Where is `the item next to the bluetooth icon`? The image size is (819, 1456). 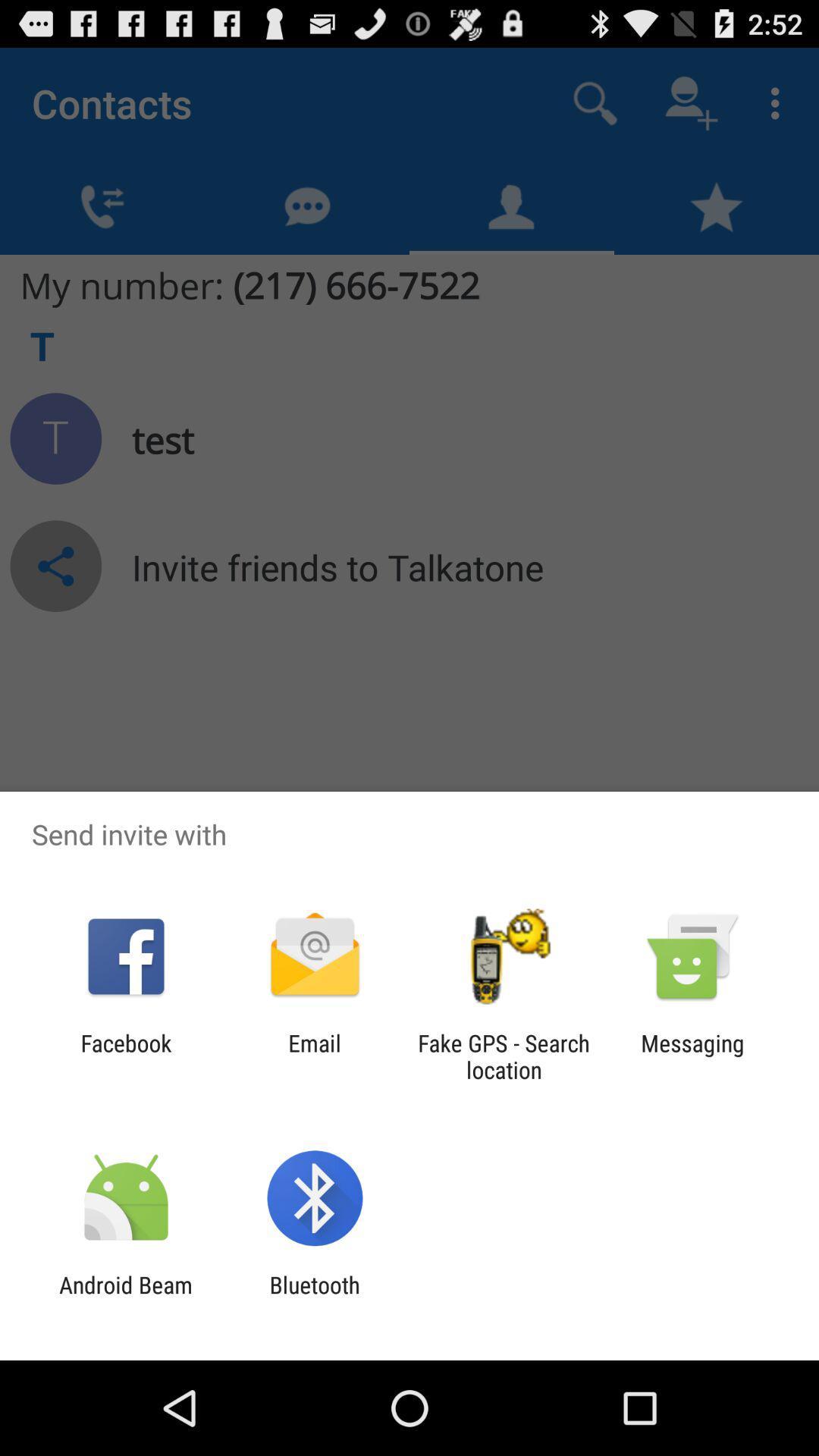
the item next to the bluetooth icon is located at coordinates (125, 1298).